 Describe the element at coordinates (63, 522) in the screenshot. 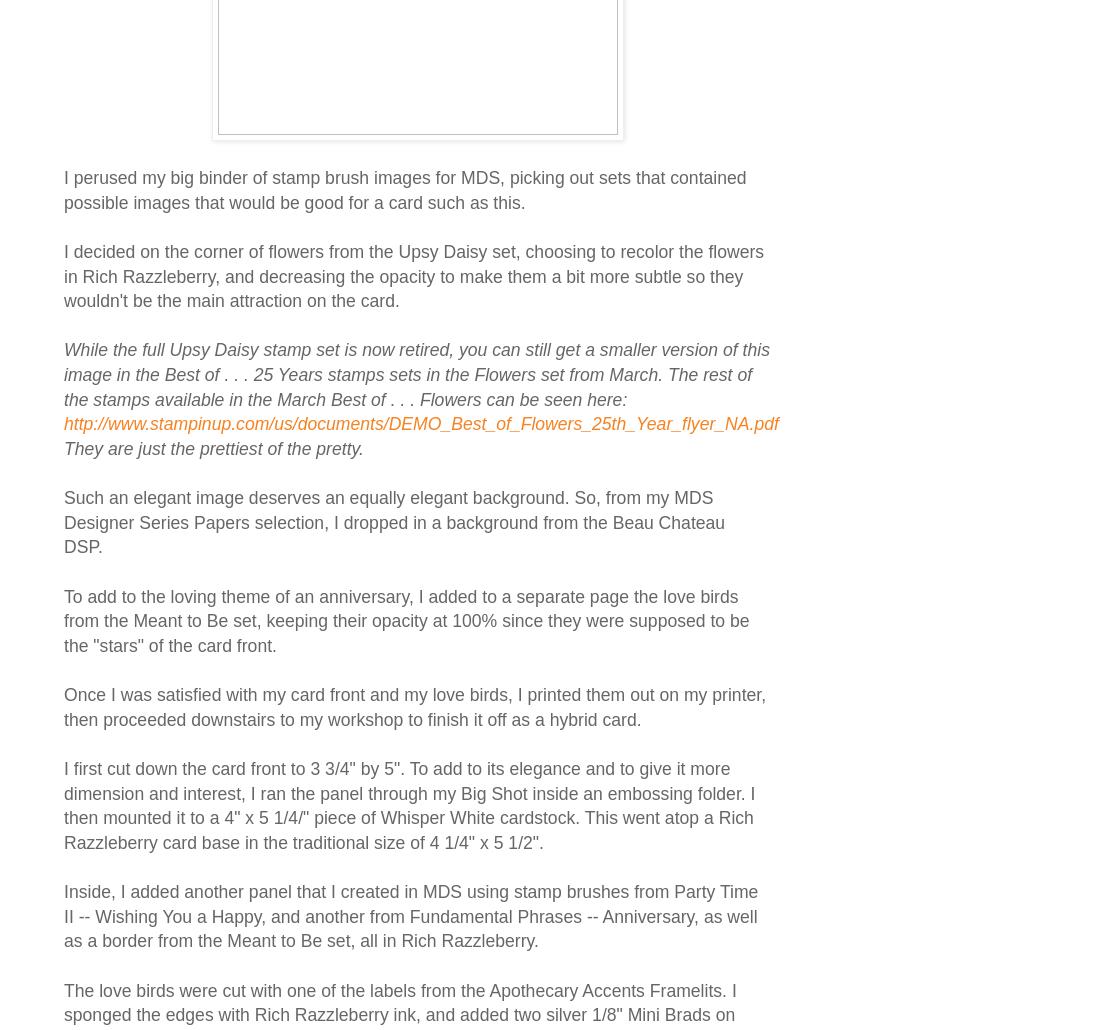

I see `'Such an elegant image deserves an equally elegant background. So, from my MDS Designer Series Papers selection, I dropped in a background from the Beau Chateau DSP.'` at that location.